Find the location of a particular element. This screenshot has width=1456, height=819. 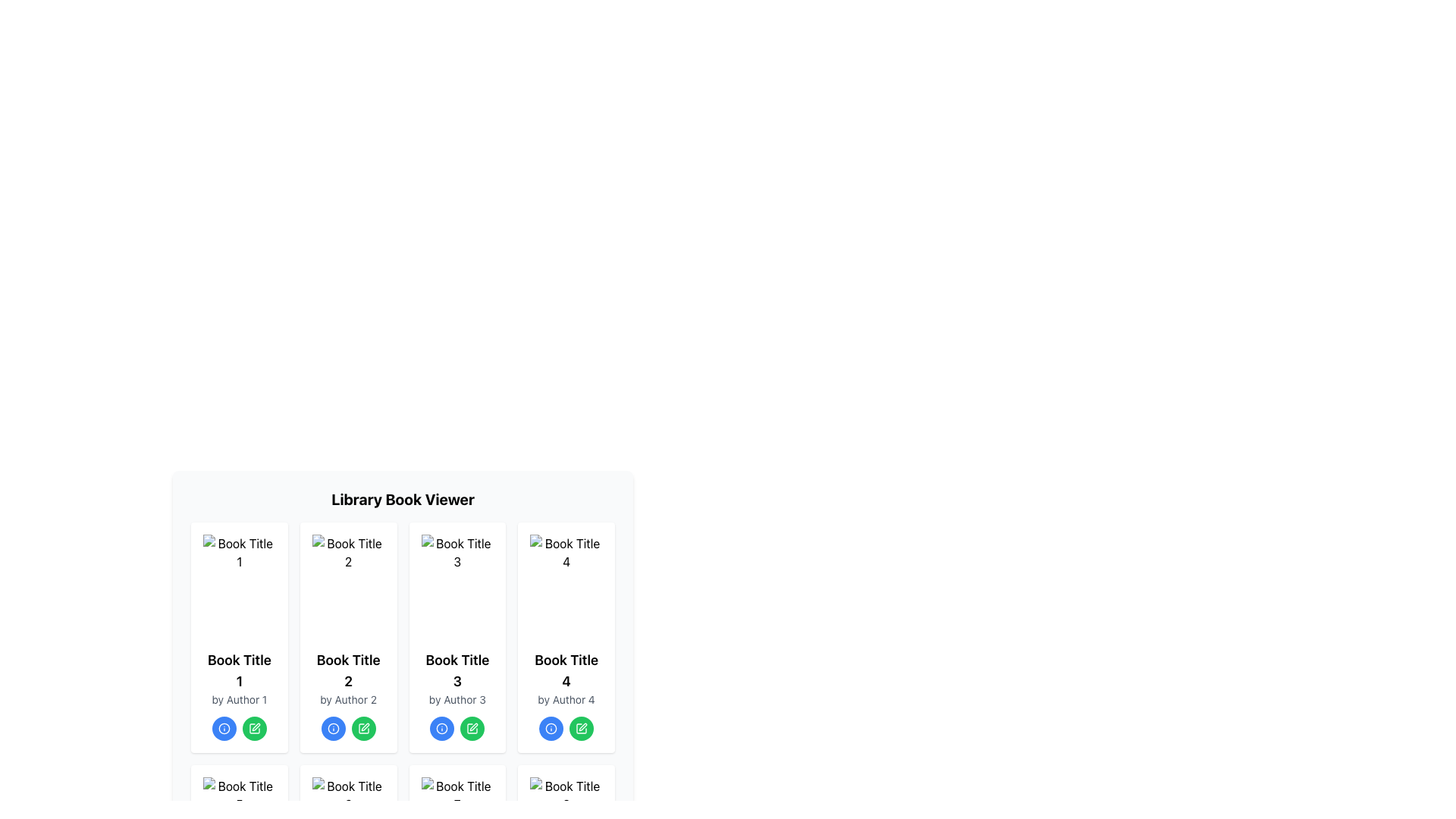

the circular green button with a pen icon associated with 'Book Title 2' is located at coordinates (362, 727).